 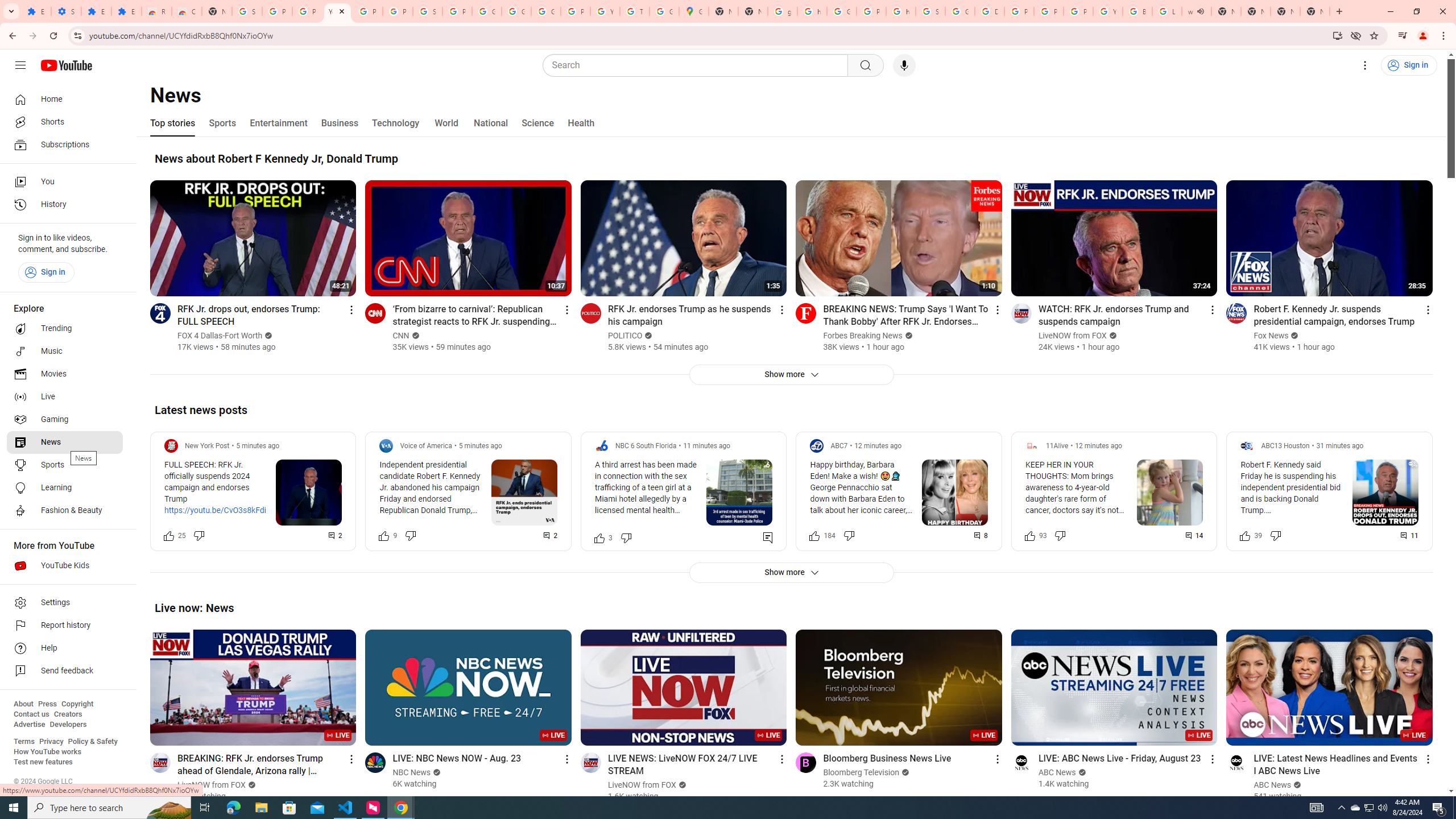 What do you see at coordinates (838, 446) in the screenshot?
I see `'ABC7'` at bounding box center [838, 446].